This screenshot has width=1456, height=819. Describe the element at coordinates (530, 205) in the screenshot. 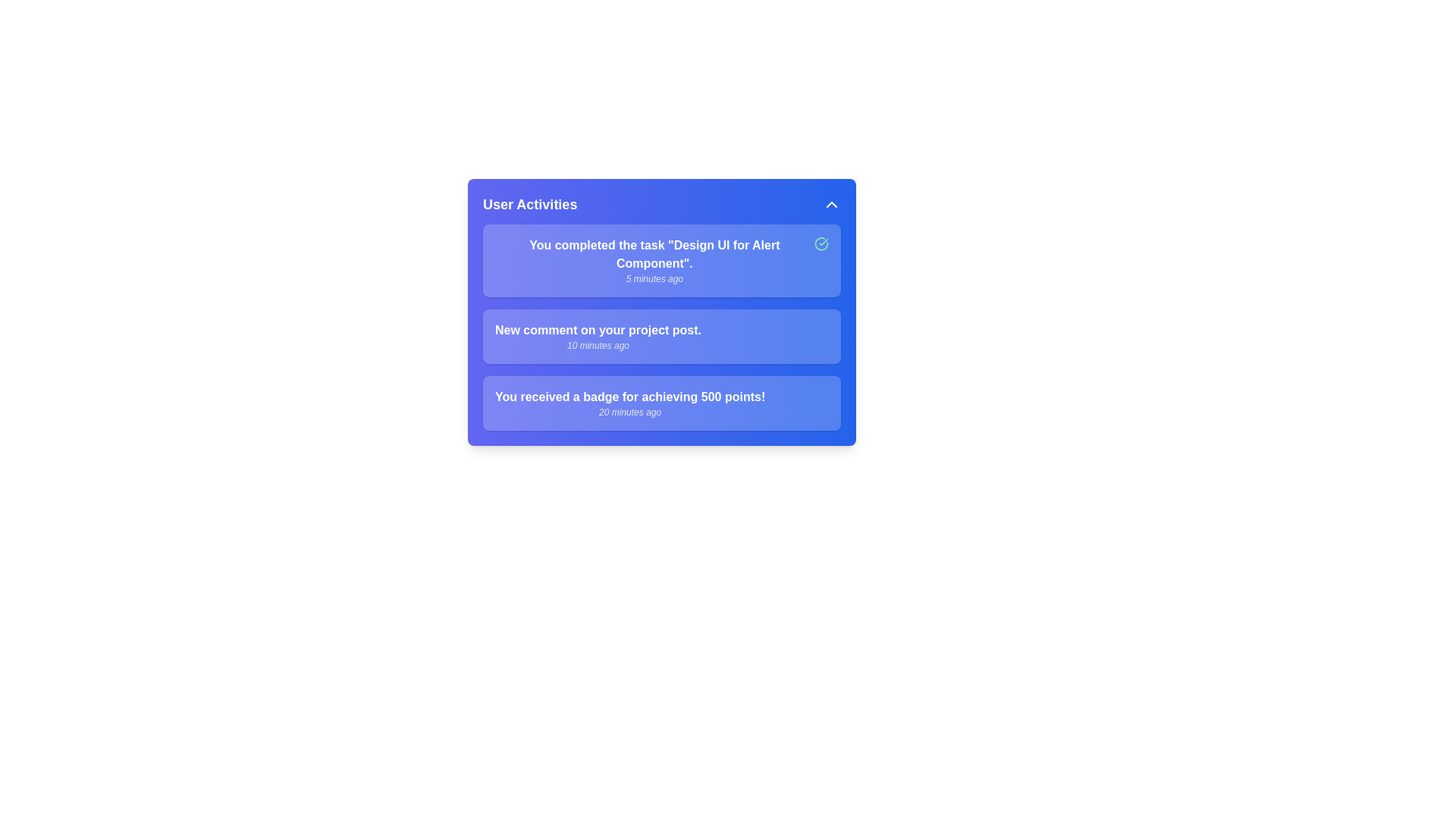

I see `text content of the 'User Activities' label, which is a prominent white bold font on a purple background, located at the top-left corner of its card-like component` at that location.